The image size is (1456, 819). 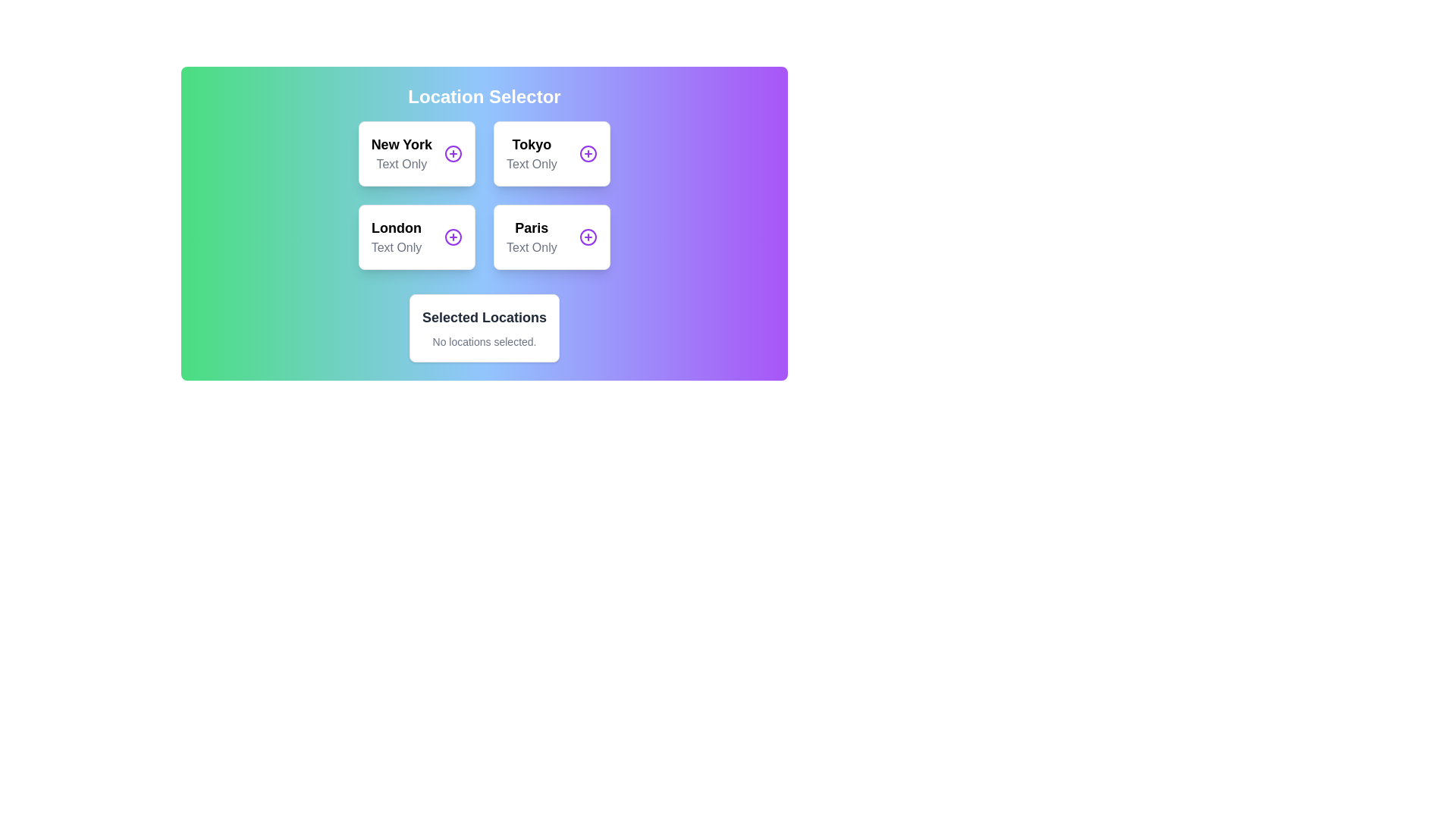 What do you see at coordinates (483, 317) in the screenshot?
I see `the title text label indicating the purpose of the card that displays the currently selected locations, which is located in the lower portion of the white card section` at bounding box center [483, 317].